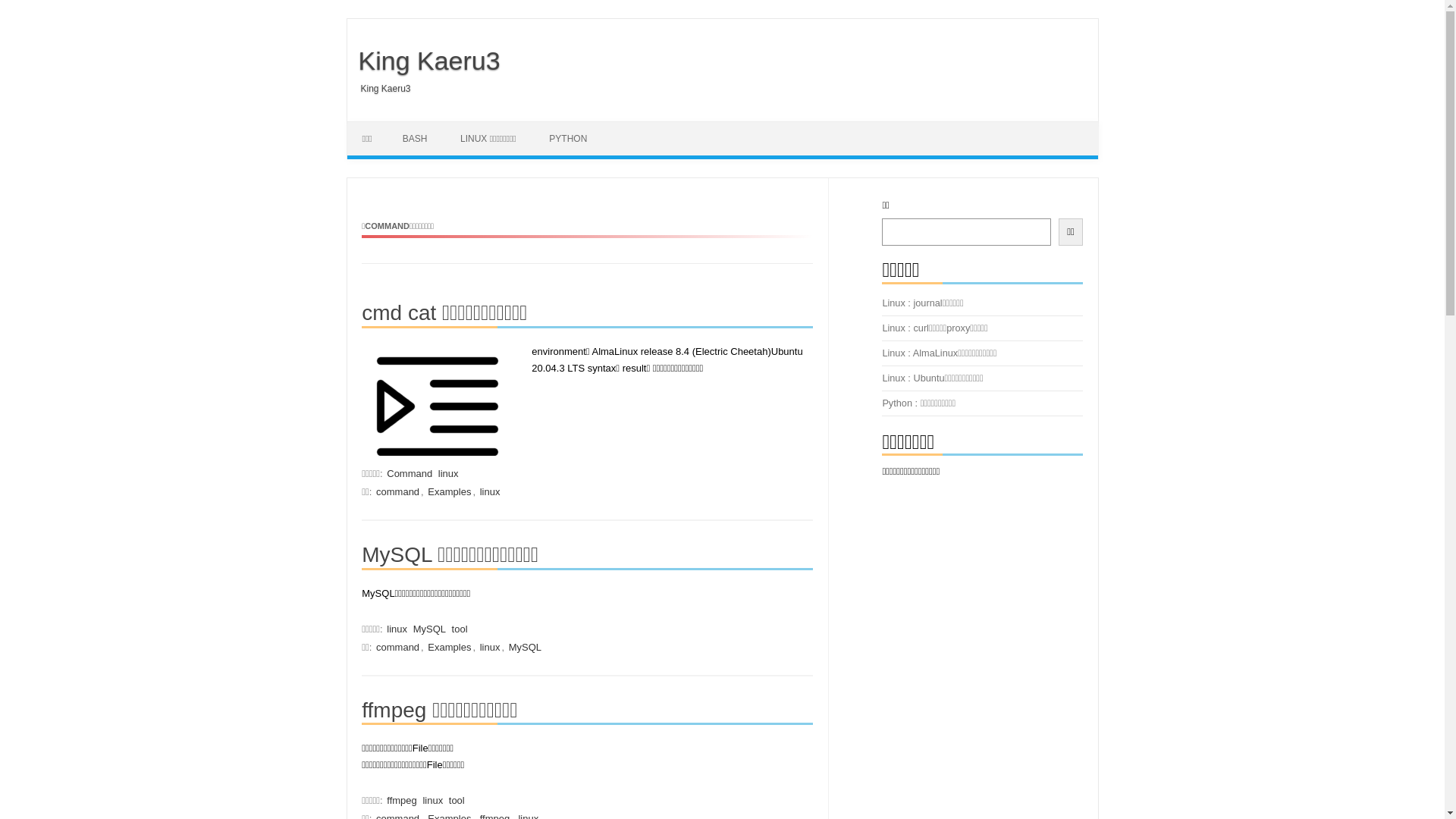  I want to click on 'MySQL', so click(525, 647).